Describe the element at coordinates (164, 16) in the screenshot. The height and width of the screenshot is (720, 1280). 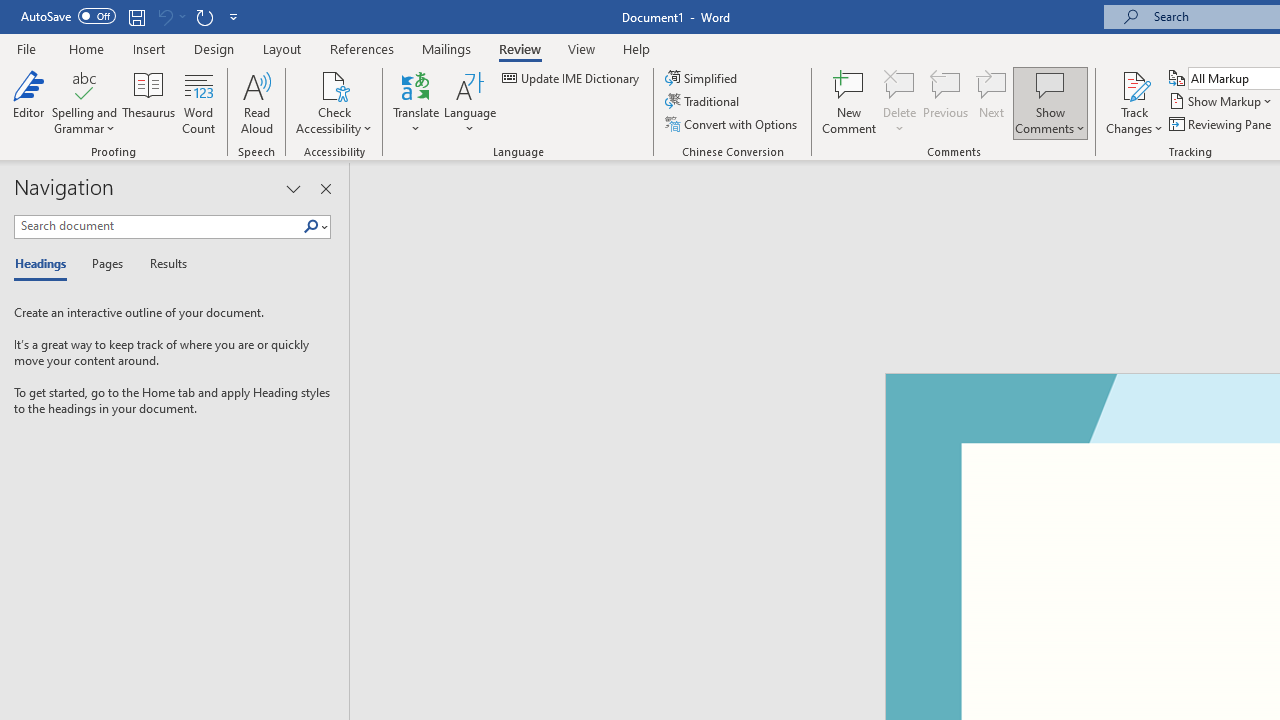
I see `'Can'` at that location.